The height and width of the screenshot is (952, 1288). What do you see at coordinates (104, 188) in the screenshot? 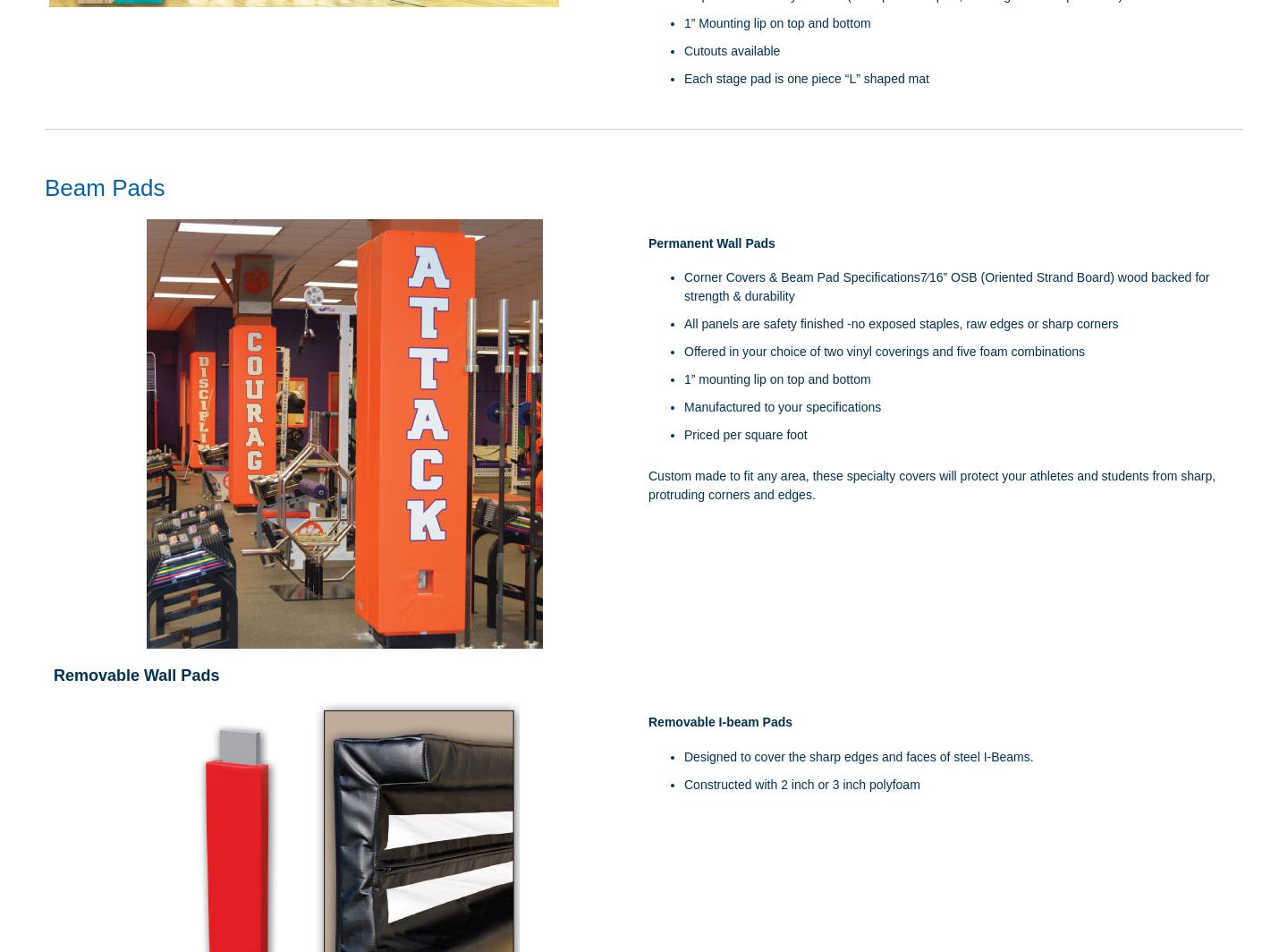
I see `'Beam Pads'` at bounding box center [104, 188].